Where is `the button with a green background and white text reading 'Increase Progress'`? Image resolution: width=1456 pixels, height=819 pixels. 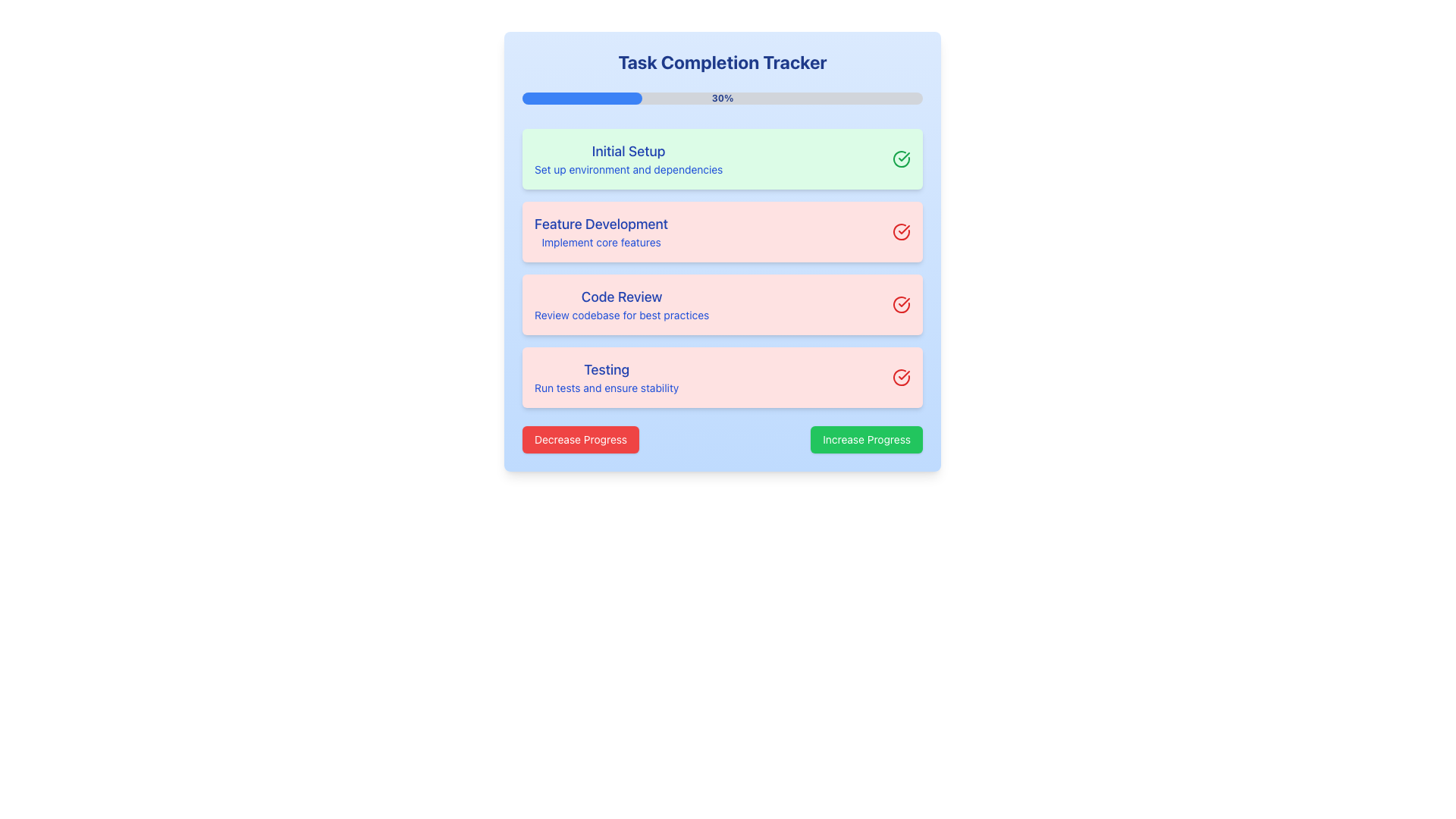
the button with a green background and white text reading 'Increase Progress' is located at coordinates (867, 439).